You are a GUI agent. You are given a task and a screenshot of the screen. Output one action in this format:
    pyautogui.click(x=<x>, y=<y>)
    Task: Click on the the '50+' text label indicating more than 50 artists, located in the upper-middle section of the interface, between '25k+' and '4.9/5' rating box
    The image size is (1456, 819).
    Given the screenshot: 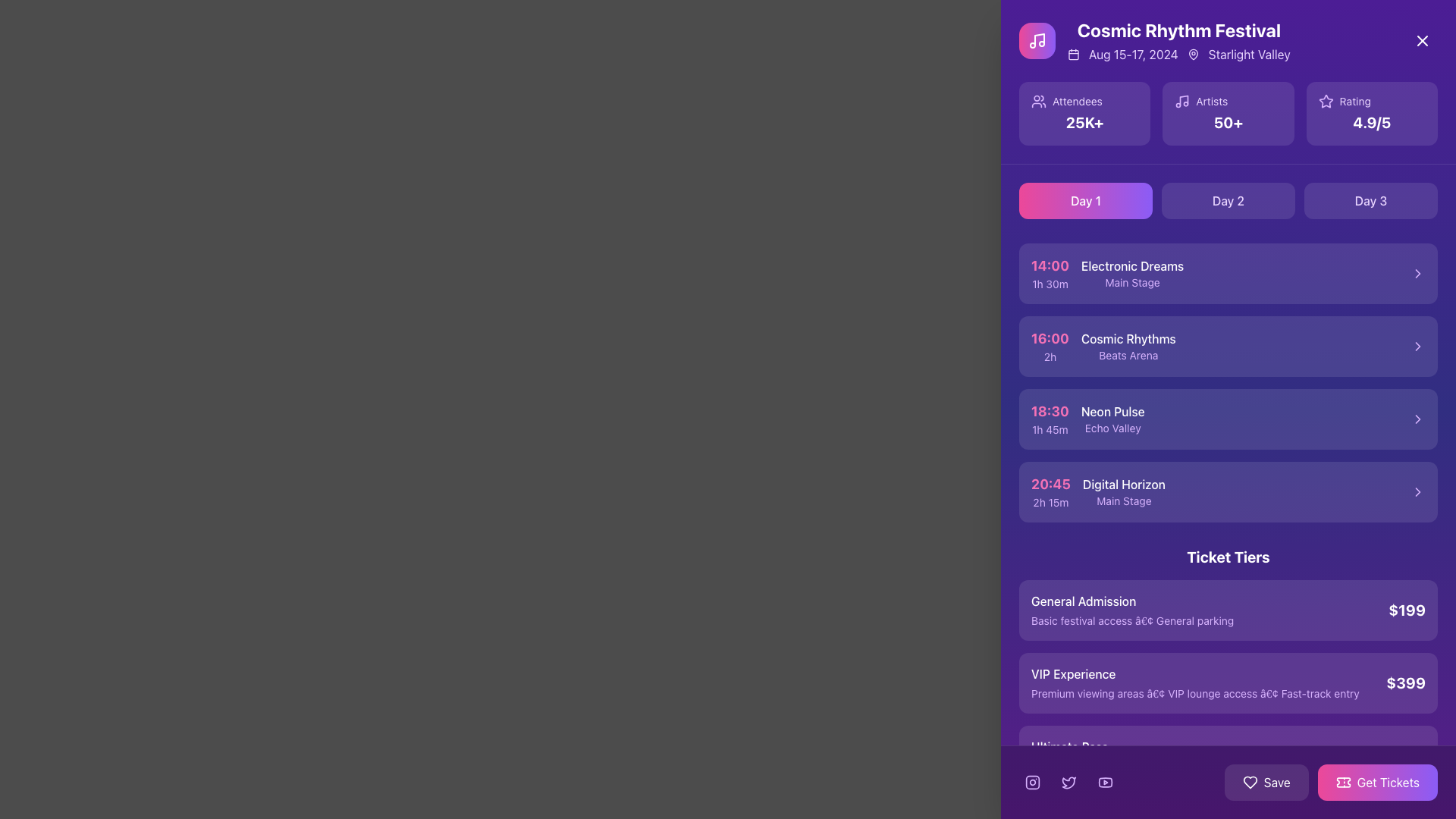 What is the action you would take?
    pyautogui.click(x=1228, y=122)
    